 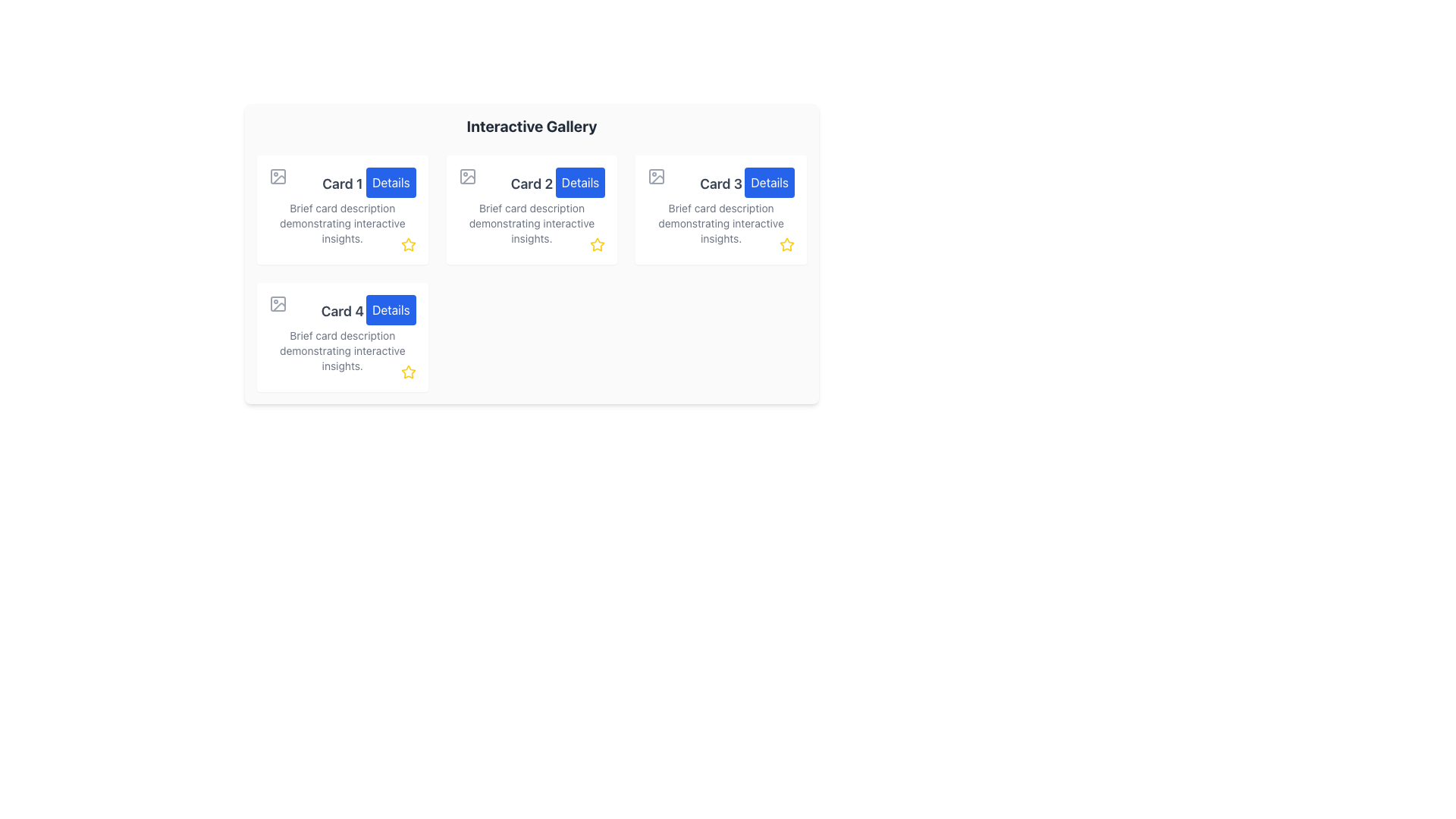 What do you see at coordinates (532, 223) in the screenshot?
I see `descriptive text element located within 'Card 2' in the grid layout, situated between the title 'Card 2' and the star icon` at bounding box center [532, 223].